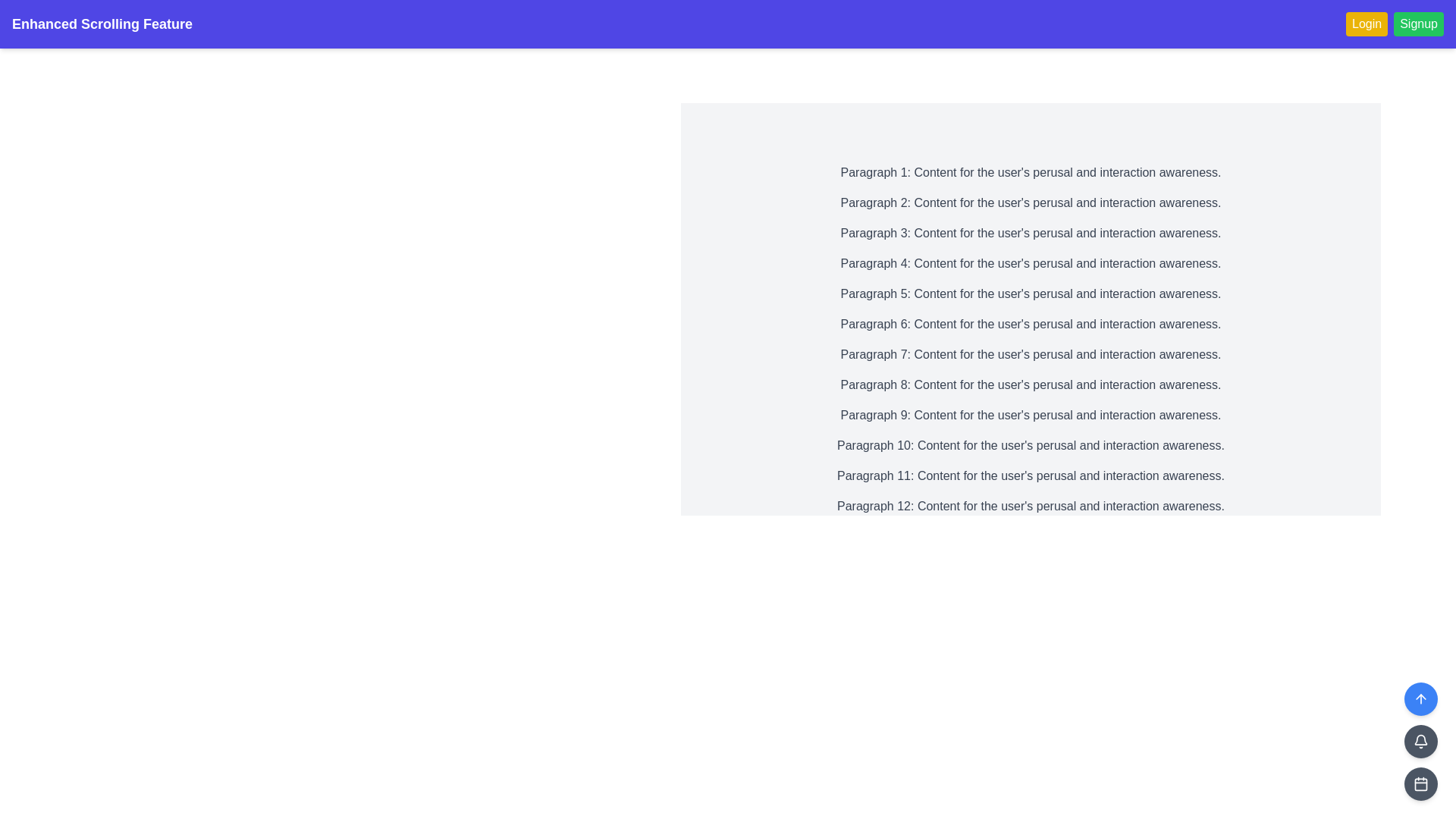  I want to click on the text displayed in the Text element located in the ninth position of a vertically arranged list of paragraphs, between 'Paragraph 8' and 'Paragraph 10', so click(1031, 415).